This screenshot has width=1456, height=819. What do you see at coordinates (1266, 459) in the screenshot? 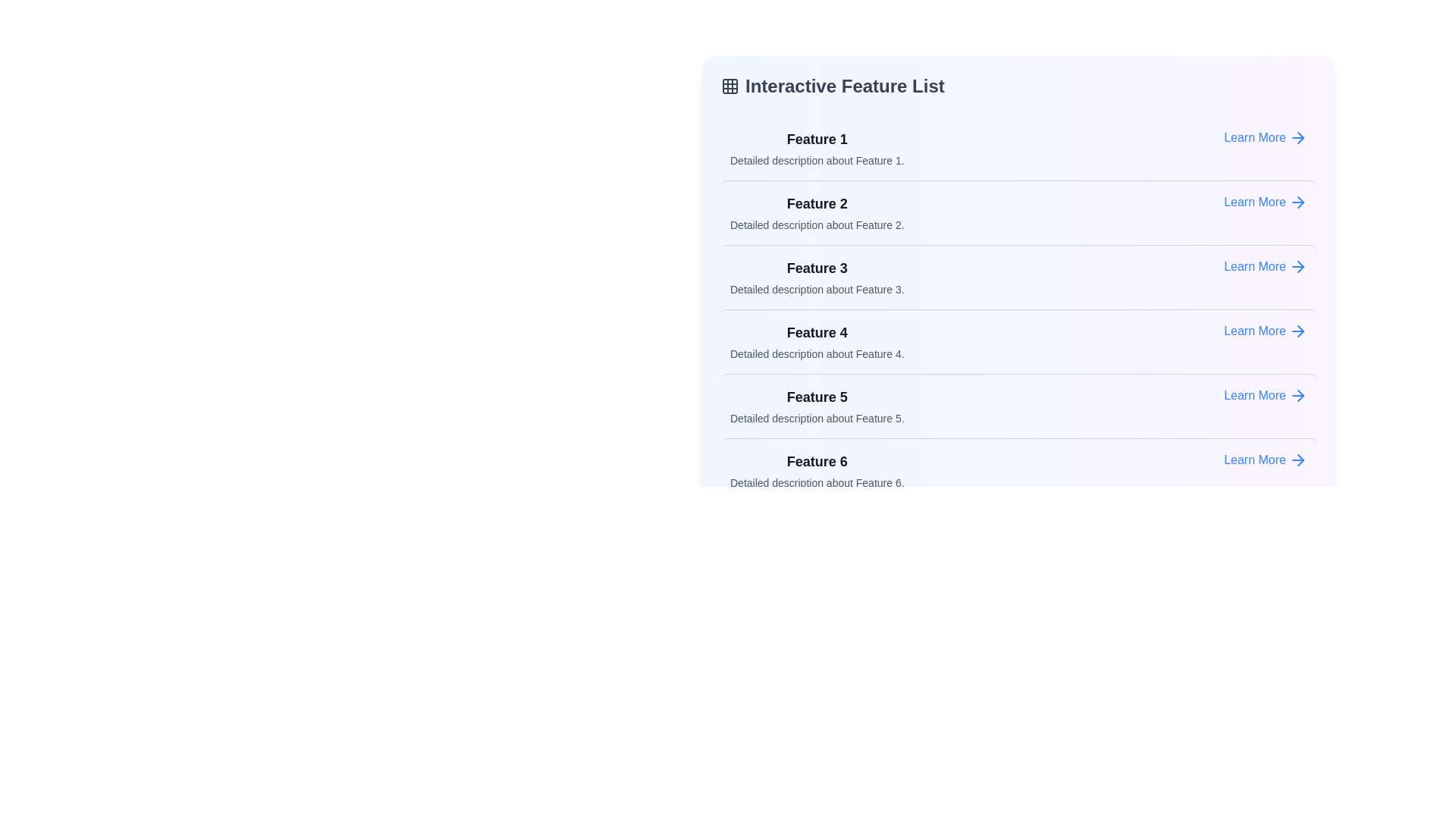
I see `the 'Learn More' button for feature 6` at bounding box center [1266, 459].